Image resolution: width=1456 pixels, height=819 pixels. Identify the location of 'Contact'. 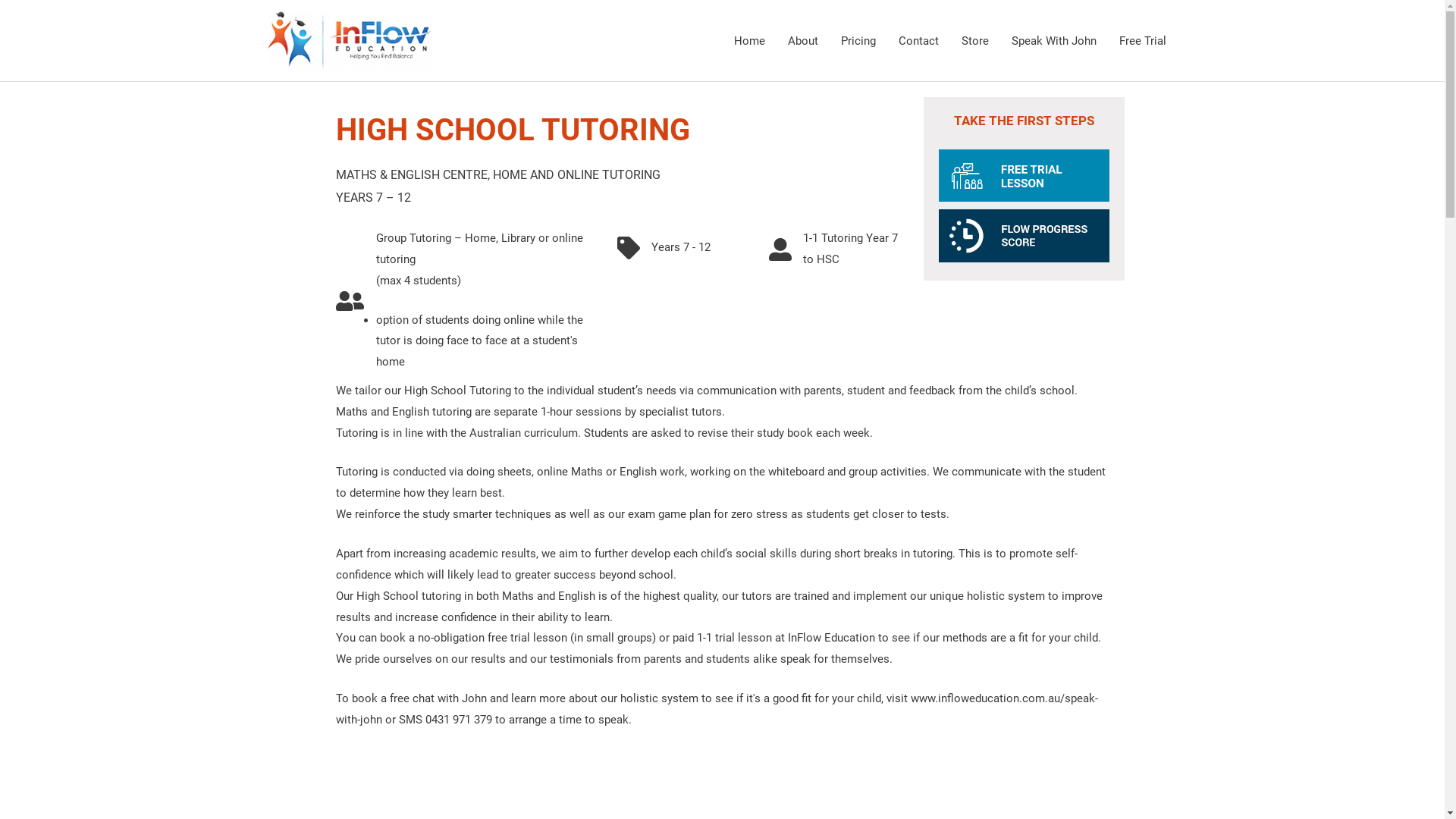
(918, 39).